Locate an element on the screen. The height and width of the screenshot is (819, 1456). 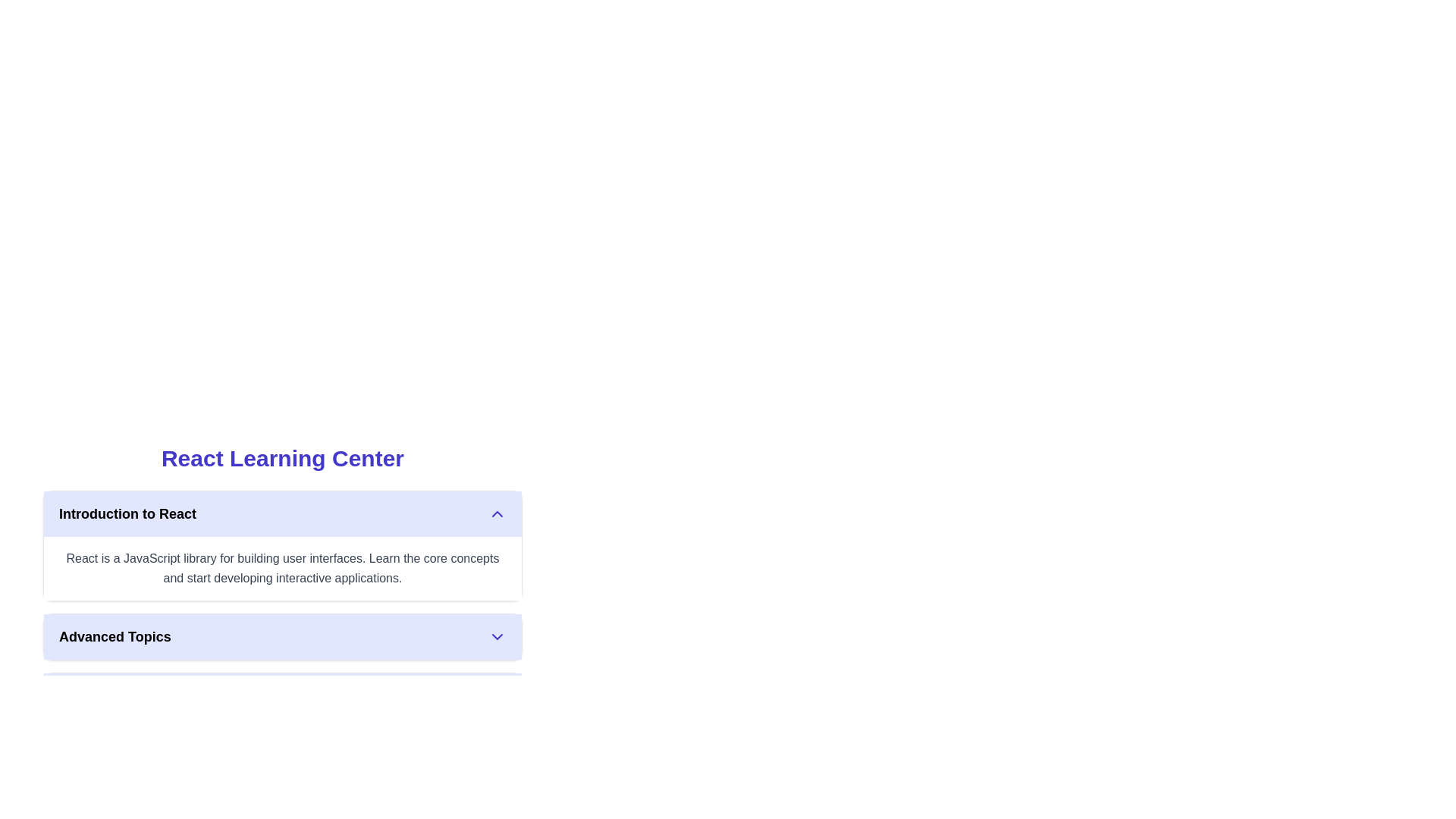
title text of the bold header that says 'React Learning Center', which is centered at the top of the content section is located at coordinates (283, 458).